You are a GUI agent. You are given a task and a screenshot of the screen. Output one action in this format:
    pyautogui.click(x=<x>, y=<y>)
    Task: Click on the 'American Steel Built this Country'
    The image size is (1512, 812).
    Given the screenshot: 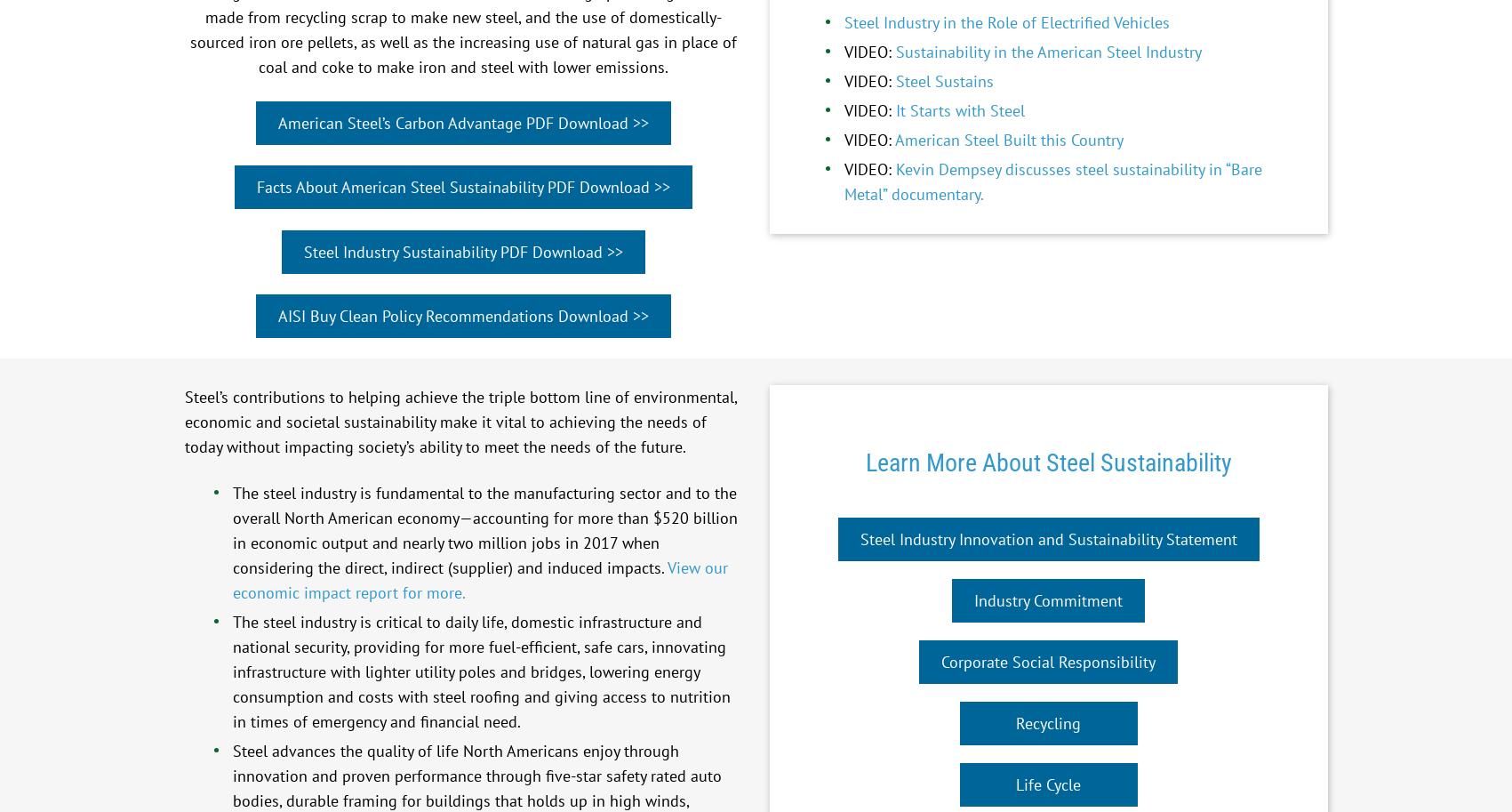 What is the action you would take?
    pyautogui.click(x=1007, y=138)
    